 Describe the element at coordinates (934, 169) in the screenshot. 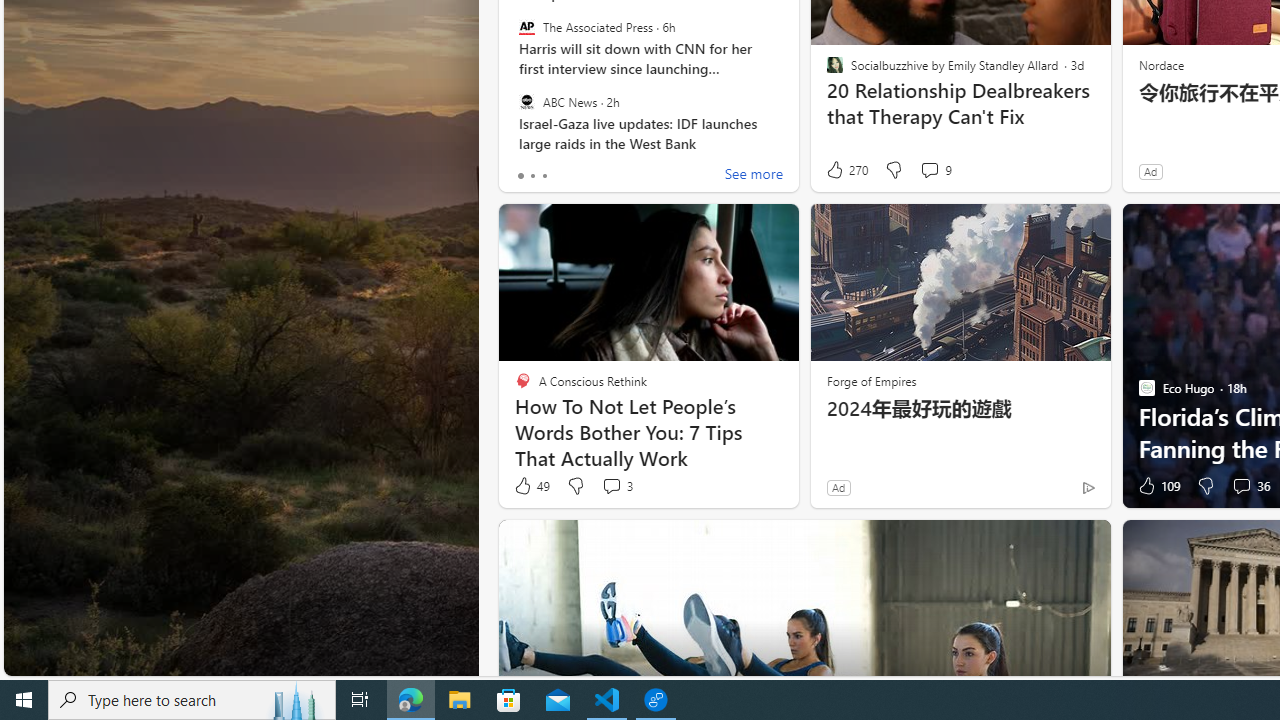

I see `'View comments 9 Comment'` at that location.